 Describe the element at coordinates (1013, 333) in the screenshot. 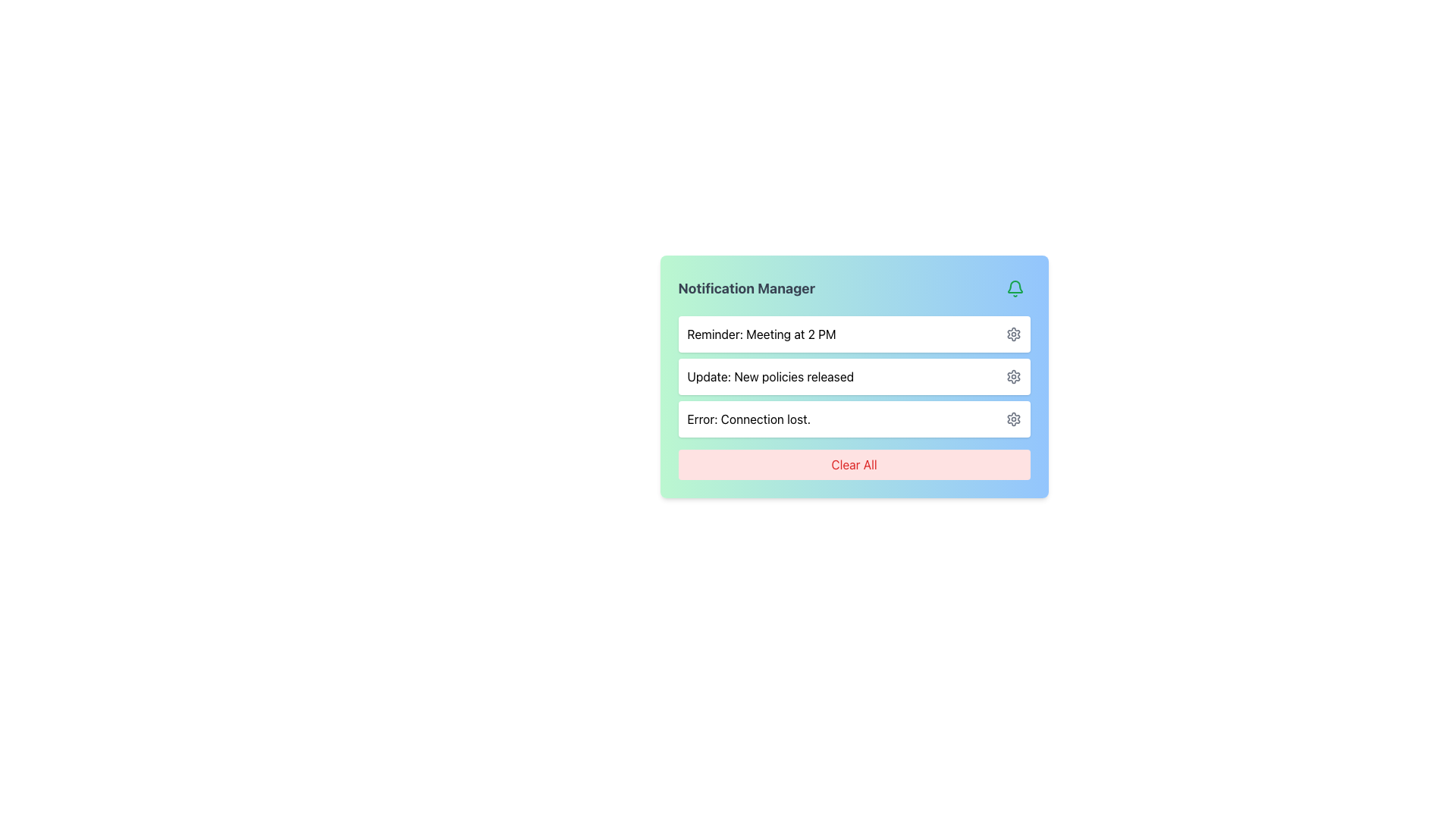

I see `the first gear icon located directly to the right of the 'Reminder: Meeting at 2 PM' notification` at that location.